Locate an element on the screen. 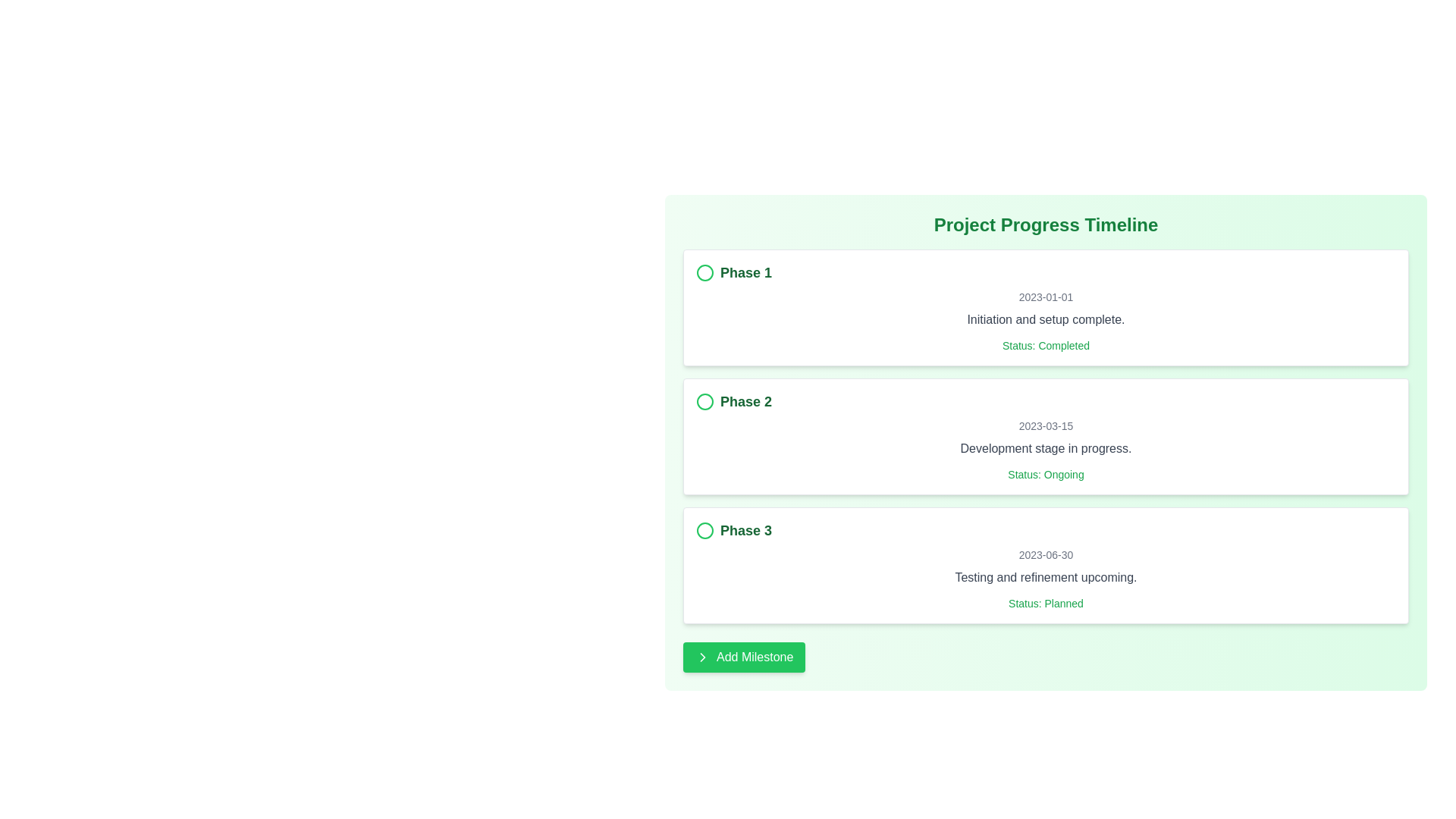 The image size is (1456, 819). the text label displaying 'Initiation and setup complete.' which is styled with 'text-gray-700' and positioned within the first progress card is located at coordinates (1045, 318).